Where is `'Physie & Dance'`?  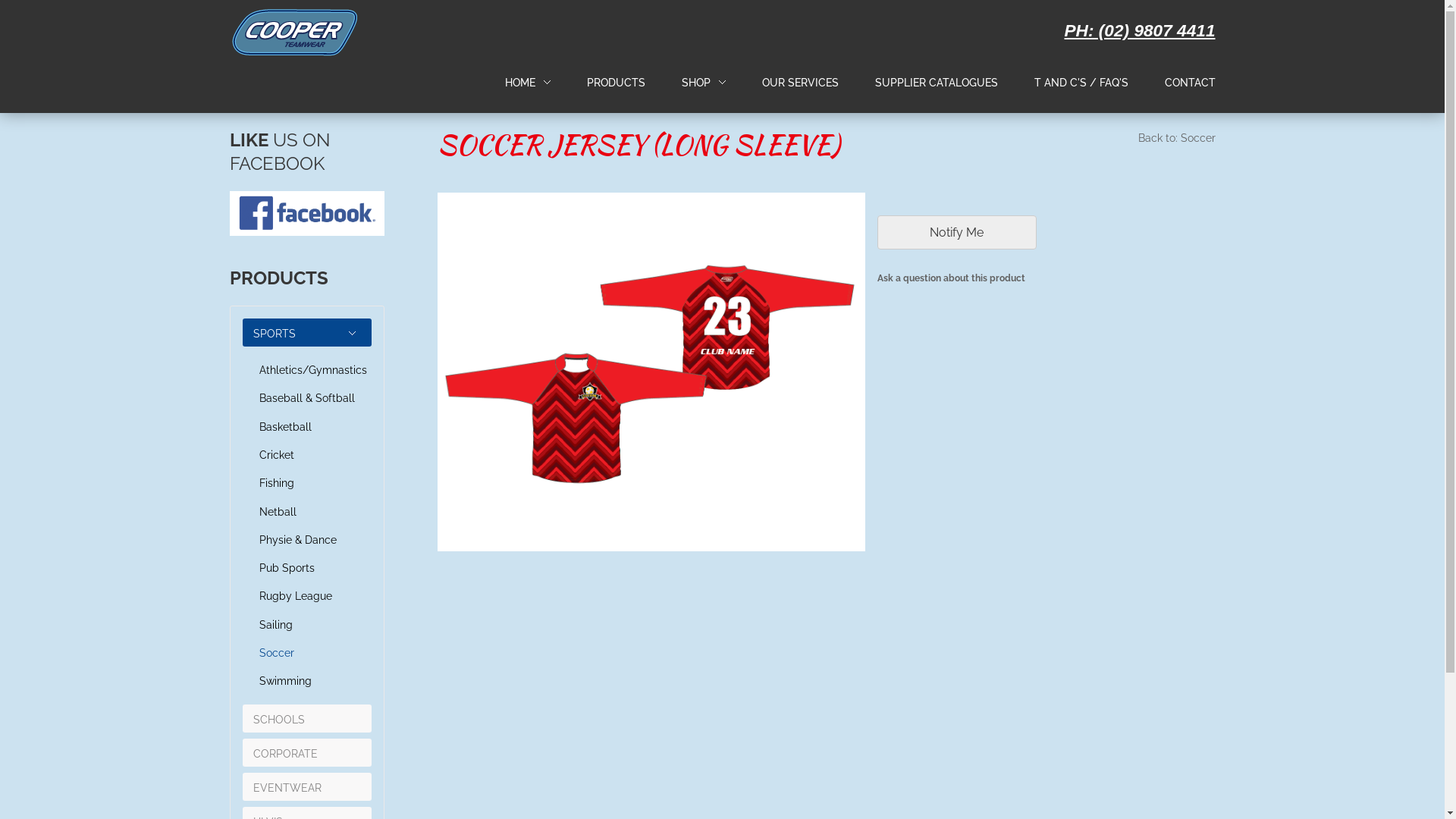
'Physie & Dance' is located at coordinates (306, 539).